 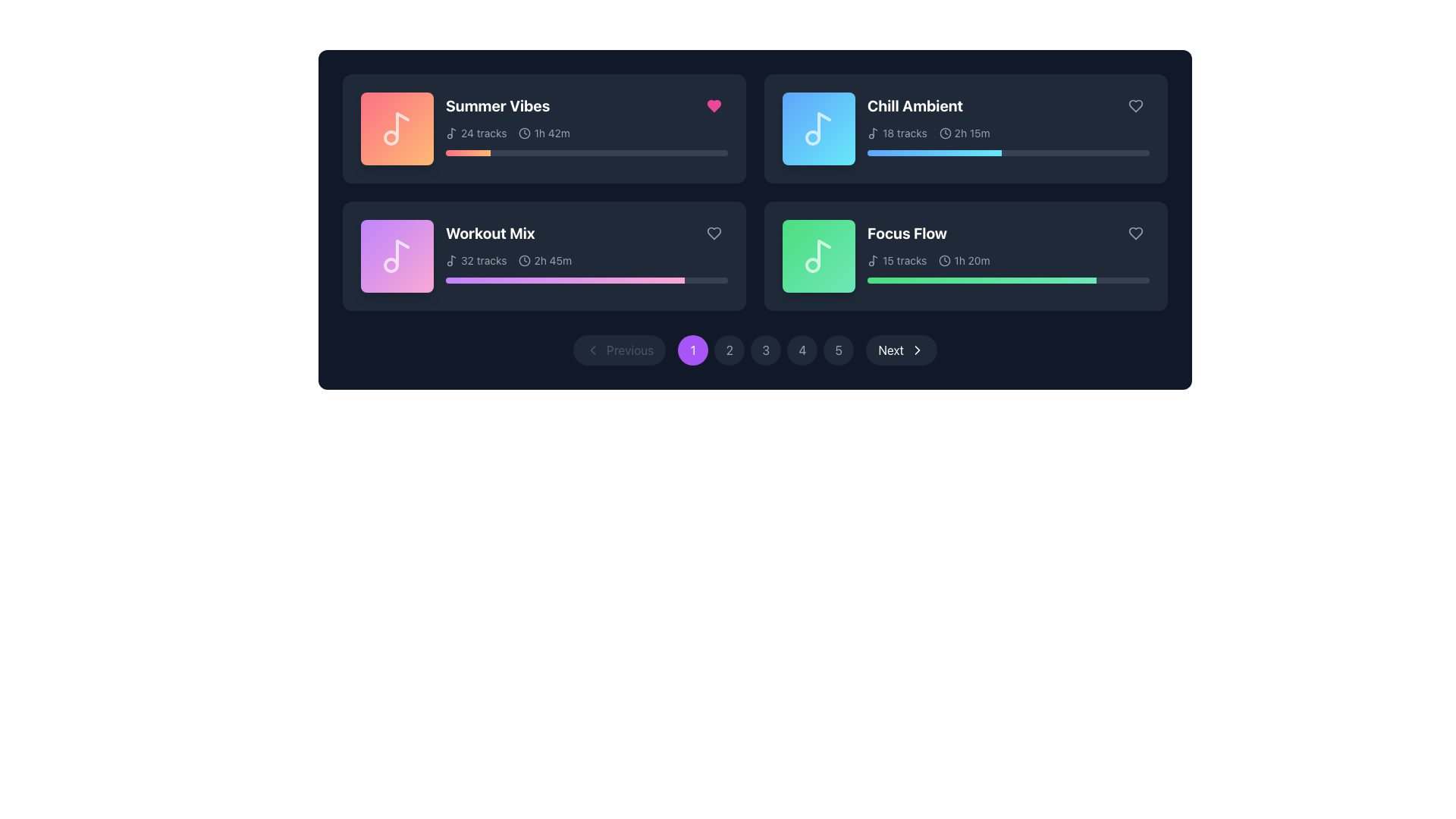 What do you see at coordinates (391, 137) in the screenshot?
I see `the decorative circle element that is part of the music note SVG graphic located in the upper-left card labeled 'Summer Vibes'` at bounding box center [391, 137].